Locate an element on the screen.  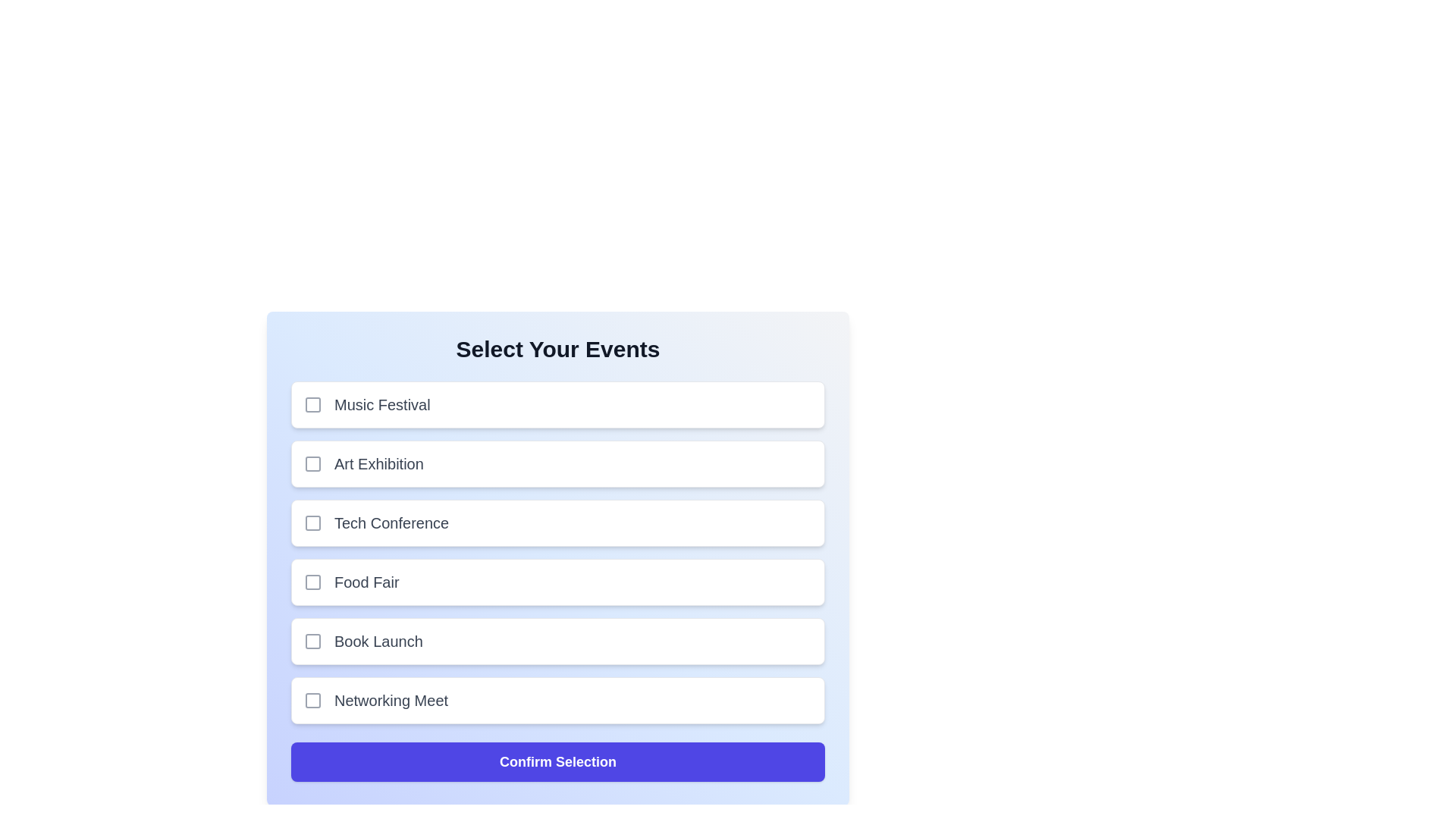
the event Tech Conference to observe the hover effect is located at coordinates (557, 522).